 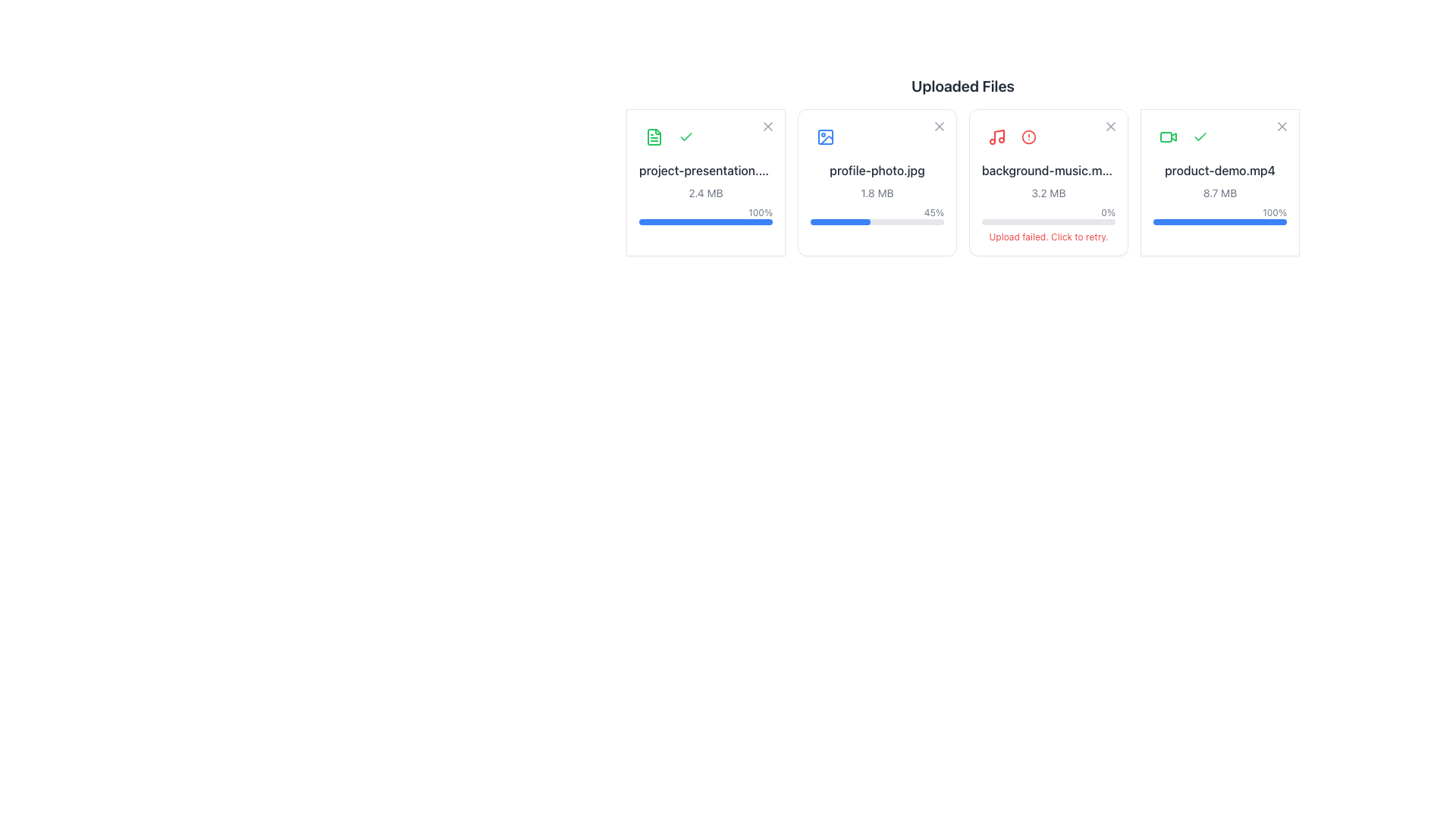 What do you see at coordinates (1219, 216) in the screenshot?
I see `the file title associated with the progress bar showing '100%' completion` at bounding box center [1219, 216].